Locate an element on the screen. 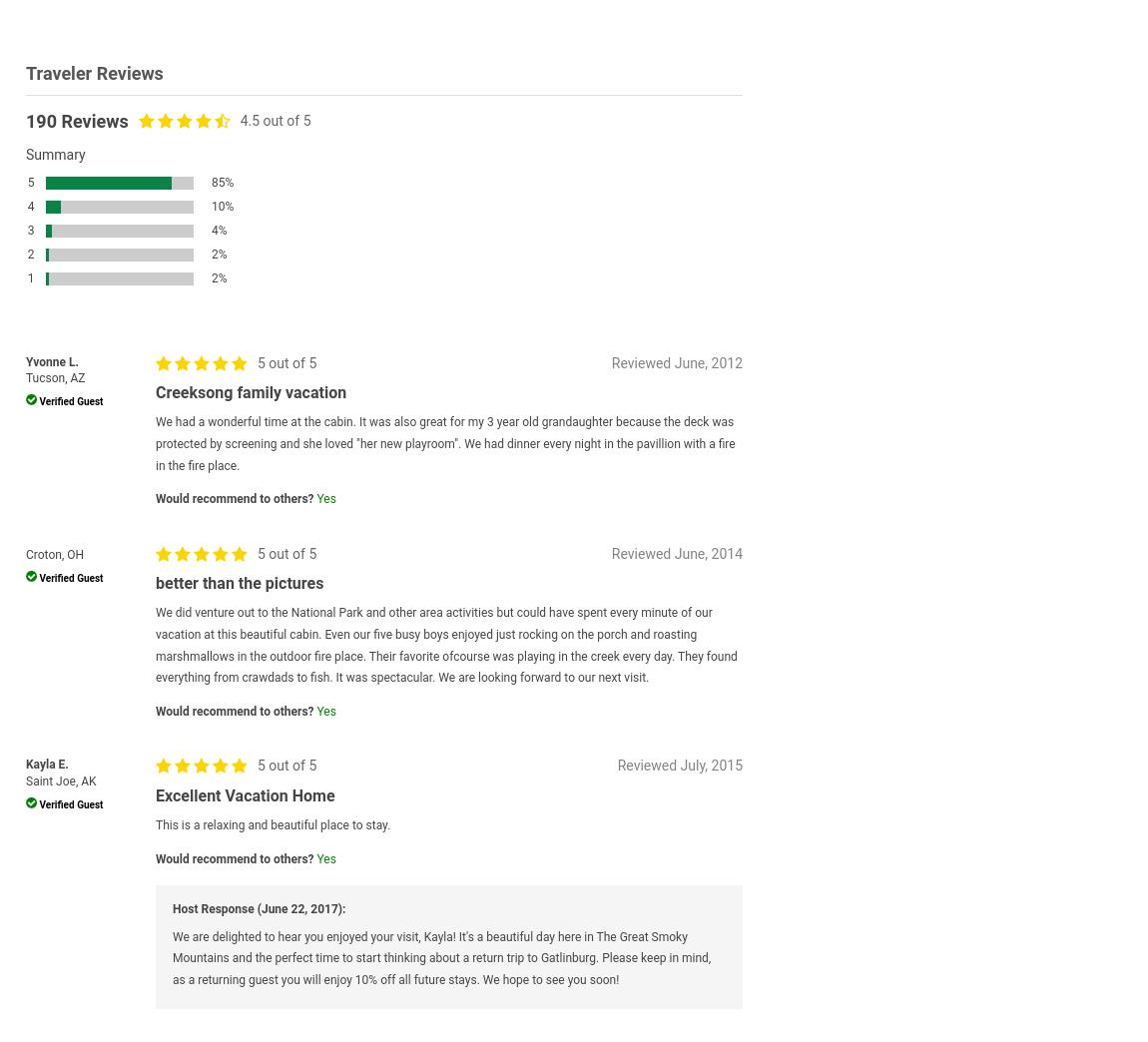  'Host Response (June 22, 2017):' is located at coordinates (258, 908).